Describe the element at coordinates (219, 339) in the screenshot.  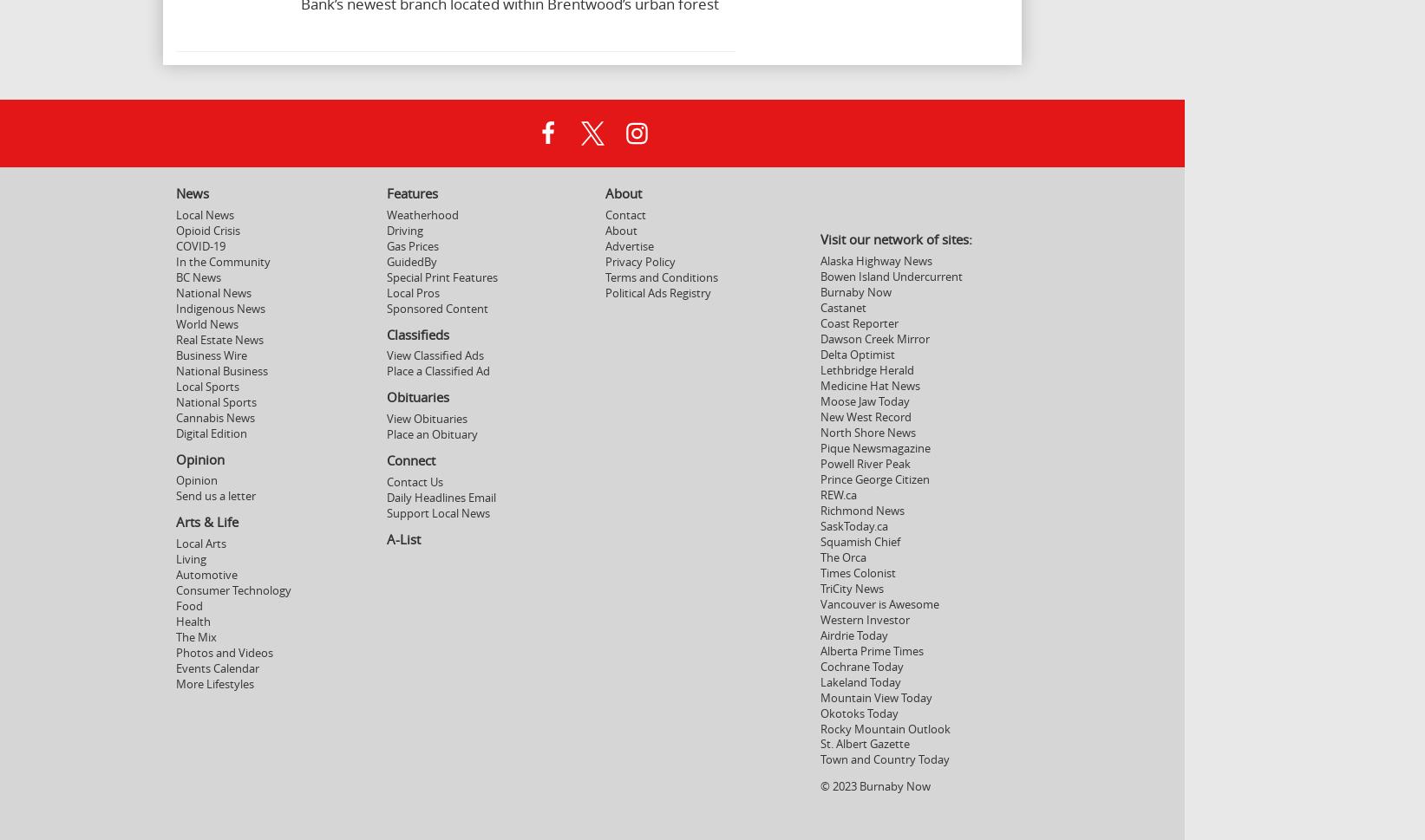
I see `'Real Estate News'` at that location.